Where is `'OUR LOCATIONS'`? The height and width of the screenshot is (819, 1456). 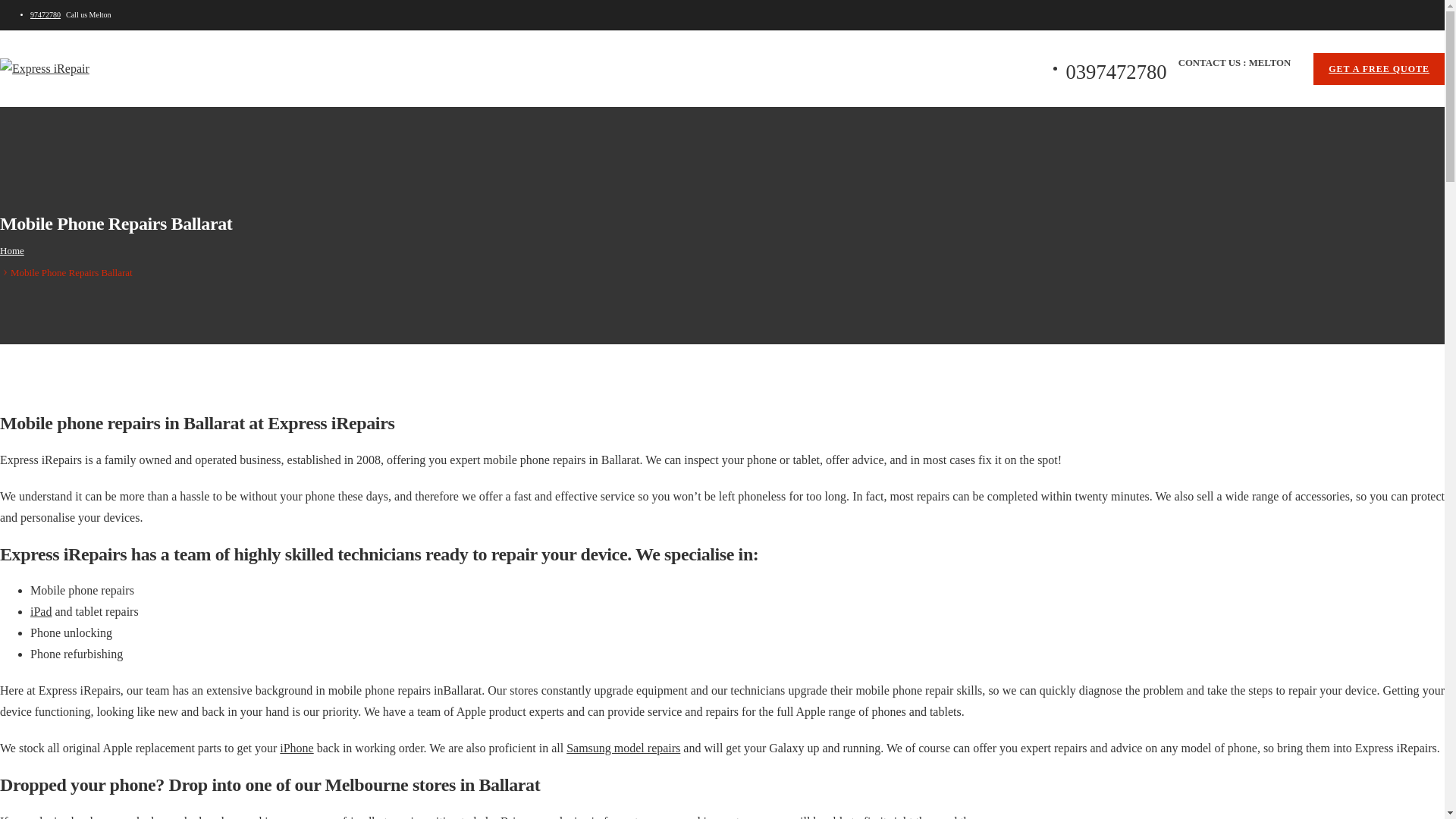
'OUR LOCATIONS' is located at coordinates (280, 128).